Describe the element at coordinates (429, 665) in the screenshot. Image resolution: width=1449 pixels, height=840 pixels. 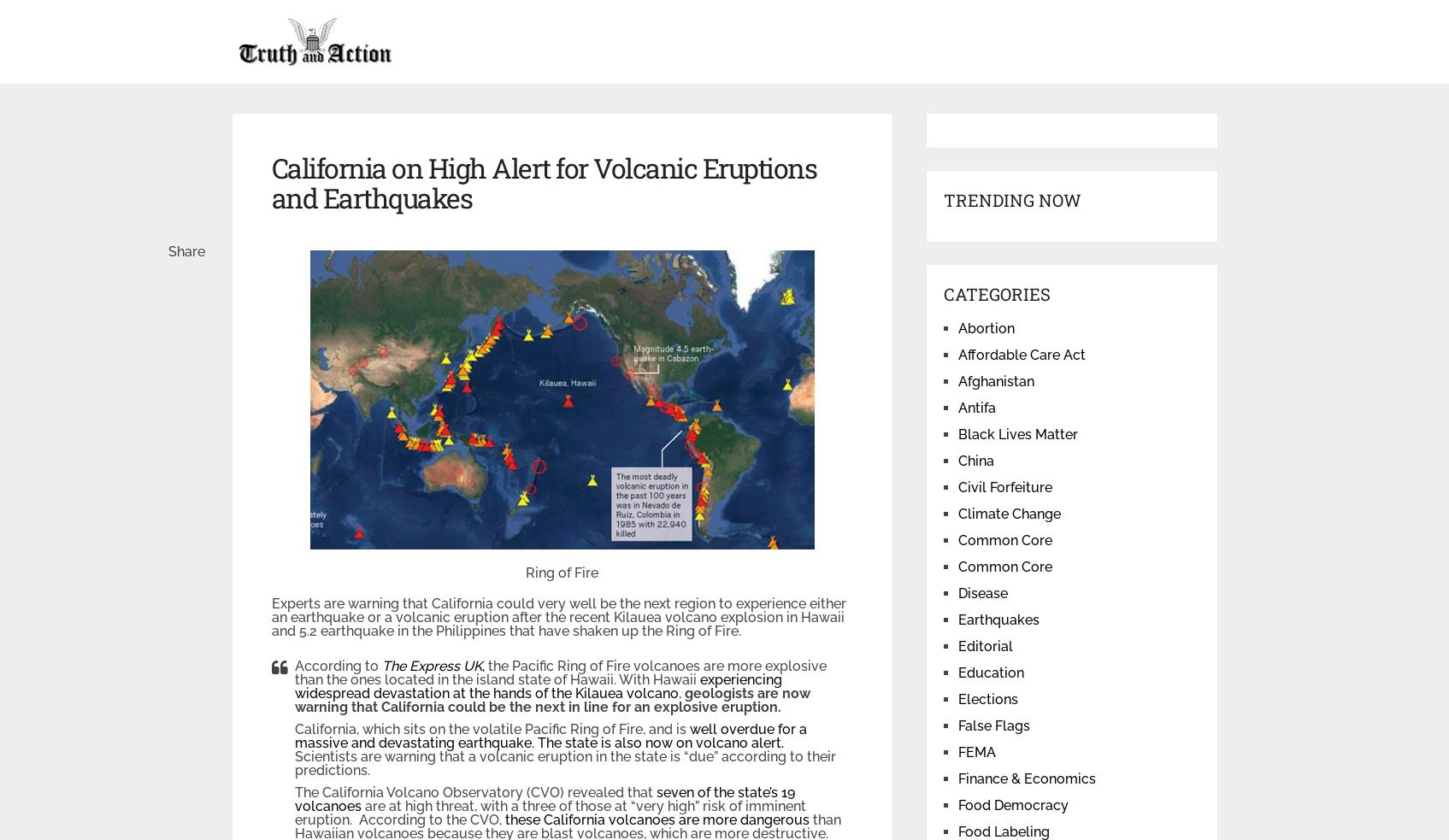
I see `'The Express UK,'` at that location.